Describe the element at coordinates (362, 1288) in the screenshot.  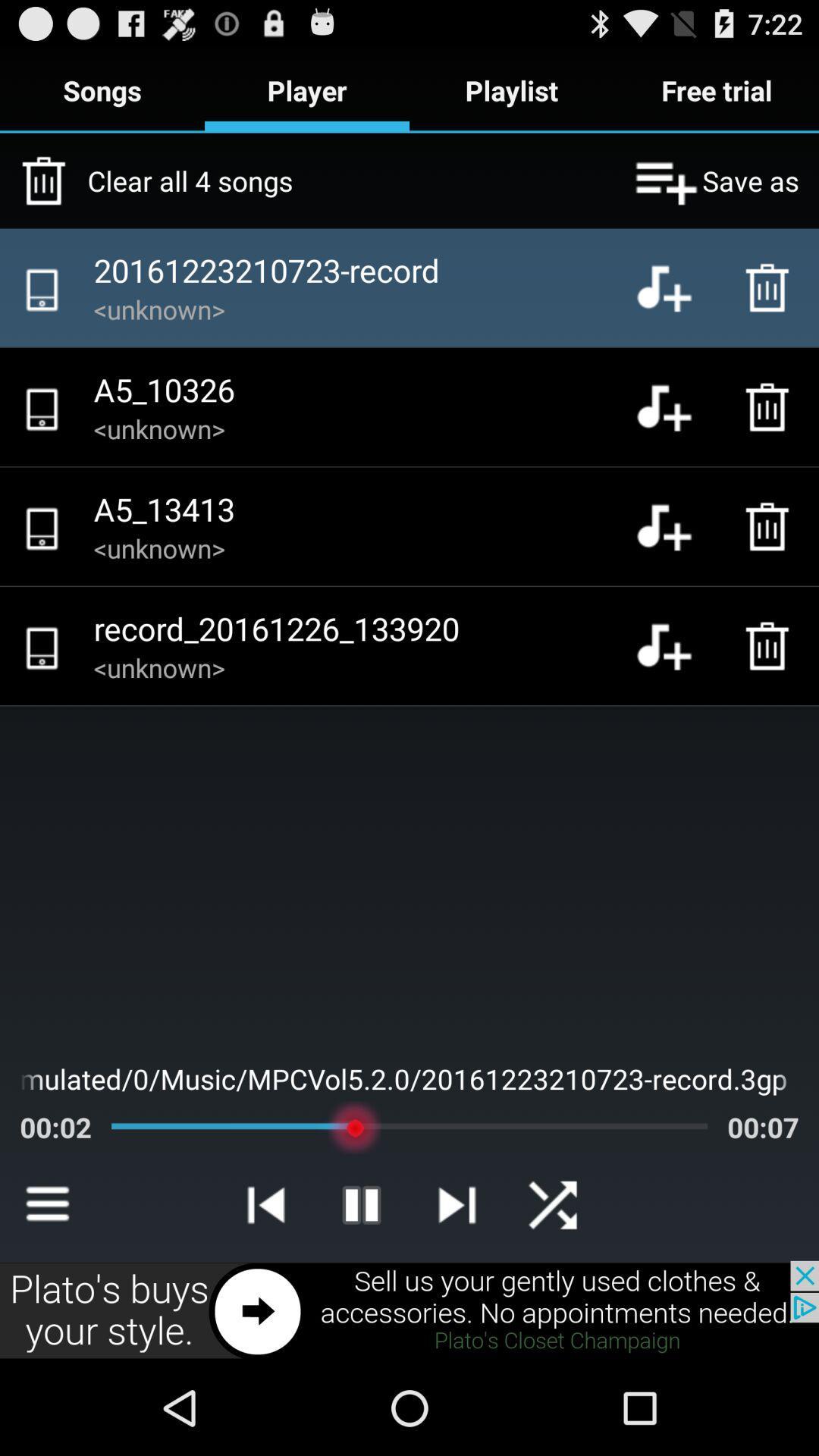
I see `the pause icon` at that location.